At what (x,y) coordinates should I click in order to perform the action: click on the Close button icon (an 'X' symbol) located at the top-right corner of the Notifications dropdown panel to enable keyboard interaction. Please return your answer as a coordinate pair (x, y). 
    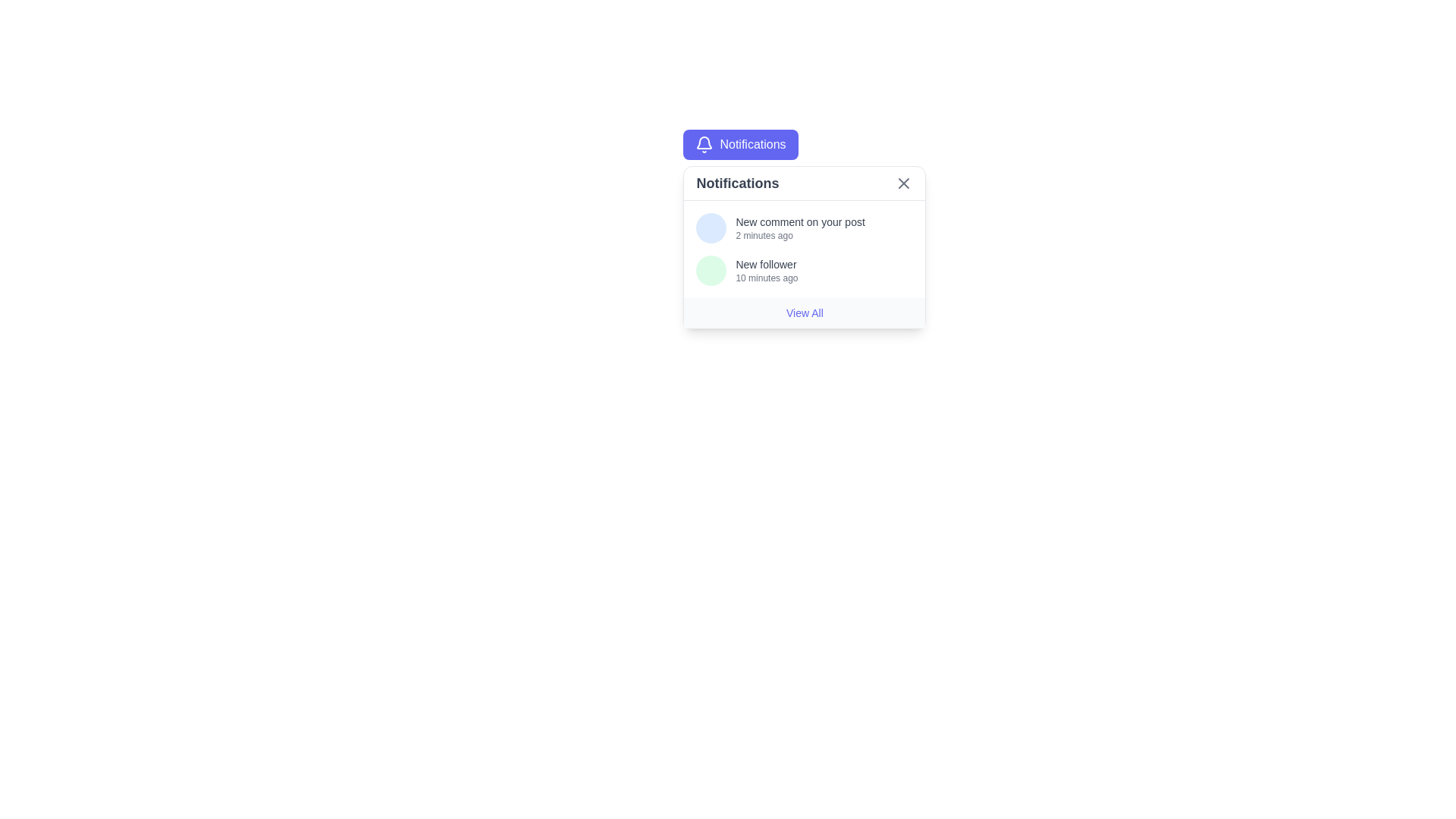
    Looking at the image, I should click on (904, 183).